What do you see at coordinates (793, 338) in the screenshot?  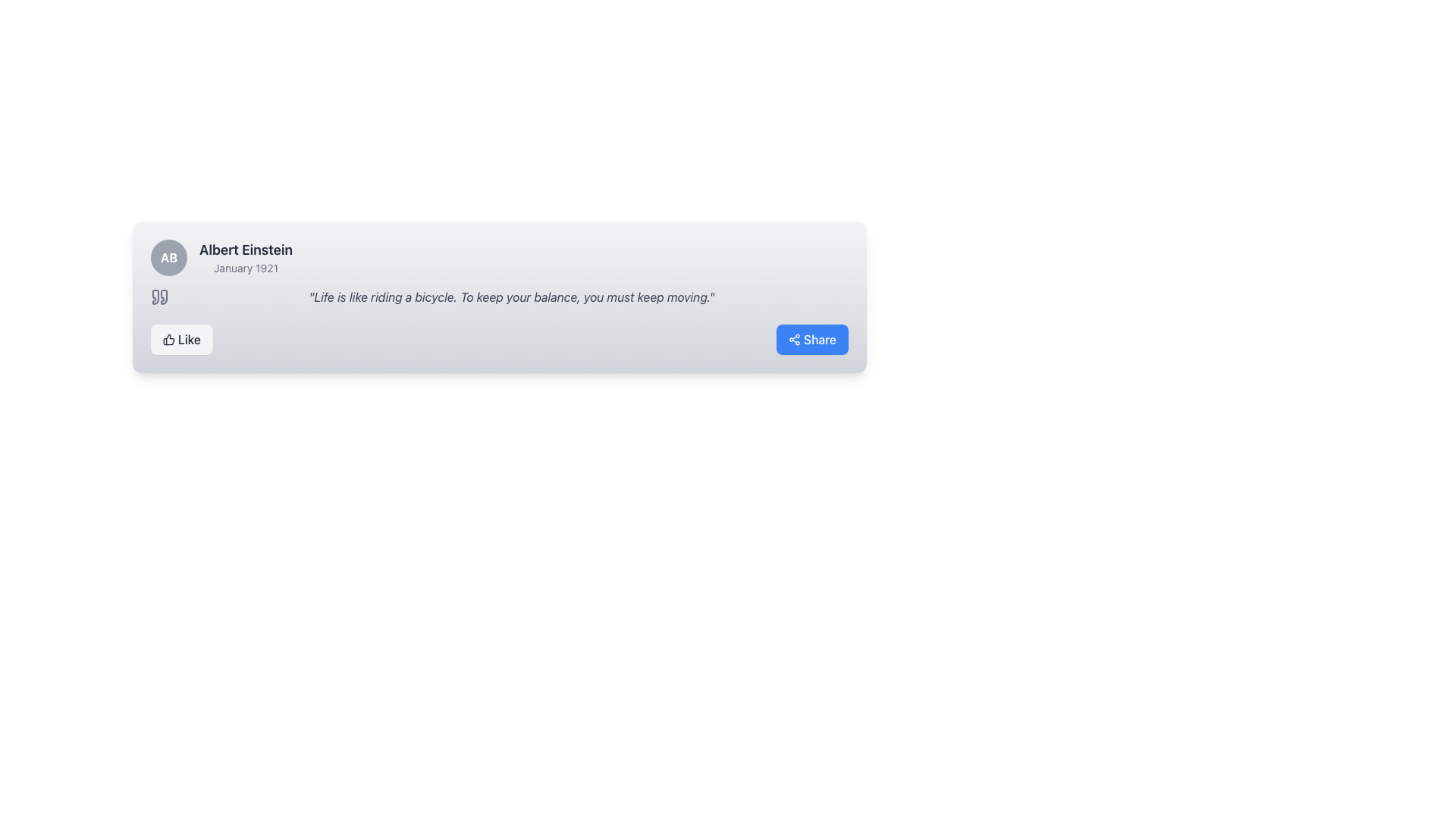 I see `the 'Share' icon, which is a white SVG icon on a blue button located at the bottom right of a quote box` at bounding box center [793, 338].